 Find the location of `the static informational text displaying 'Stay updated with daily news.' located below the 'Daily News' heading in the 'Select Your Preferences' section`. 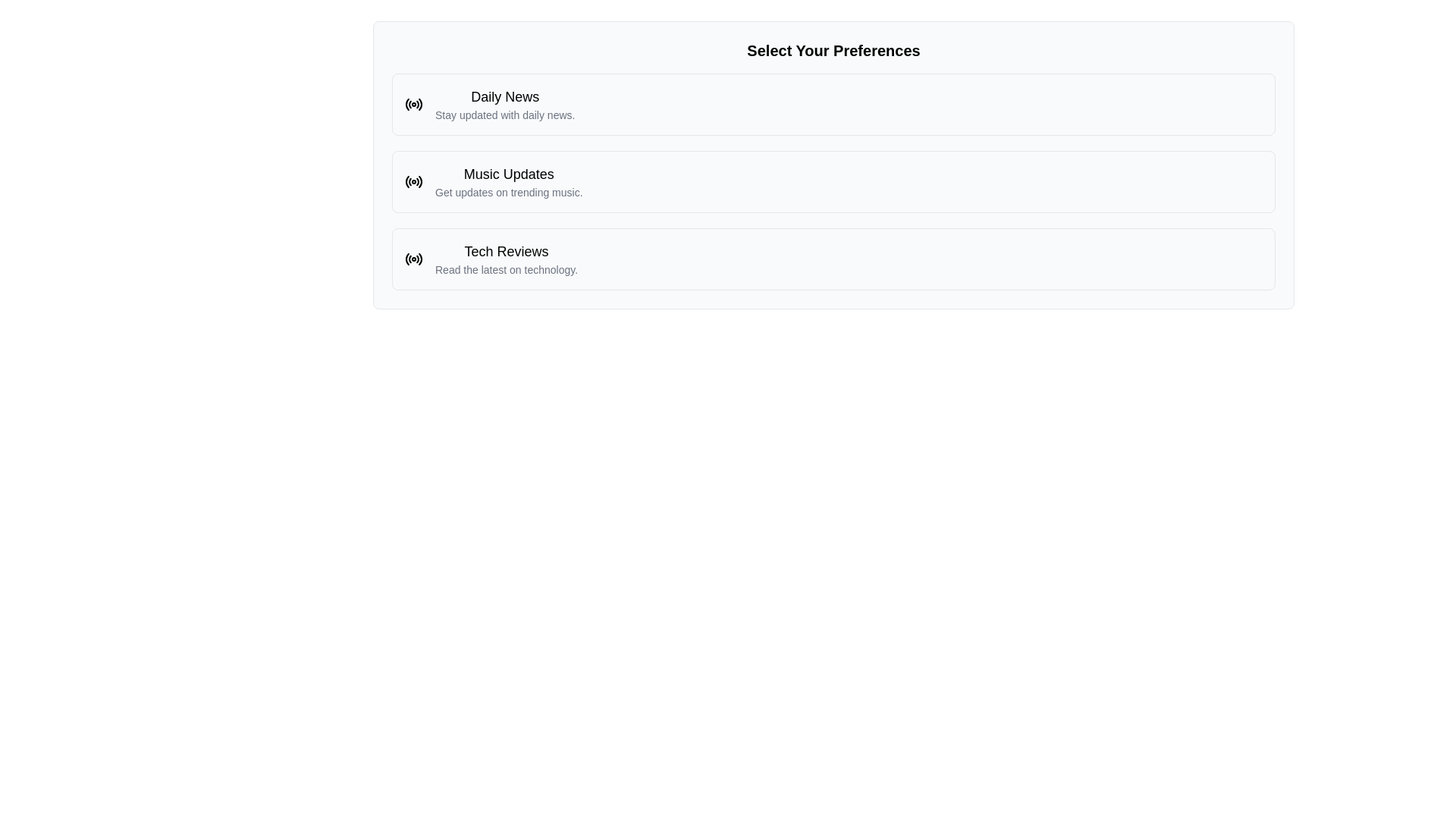

the static informational text displaying 'Stay updated with daily news.' located below the 'Daily News' heading in the 'Select Your Preferences' section is located at coordinates (505, 114).